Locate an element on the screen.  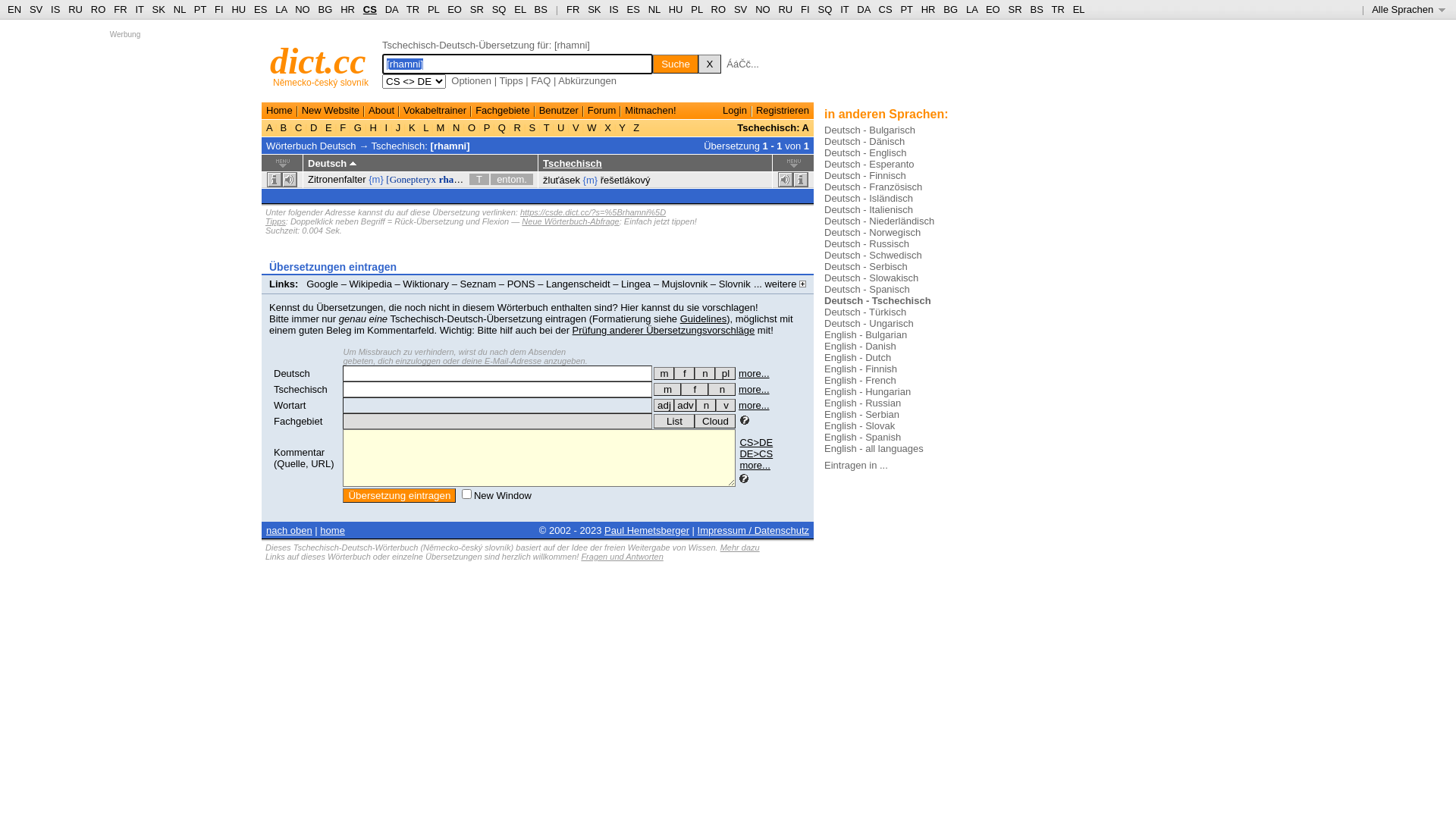
'FR' is located at coordinates (566, 9).